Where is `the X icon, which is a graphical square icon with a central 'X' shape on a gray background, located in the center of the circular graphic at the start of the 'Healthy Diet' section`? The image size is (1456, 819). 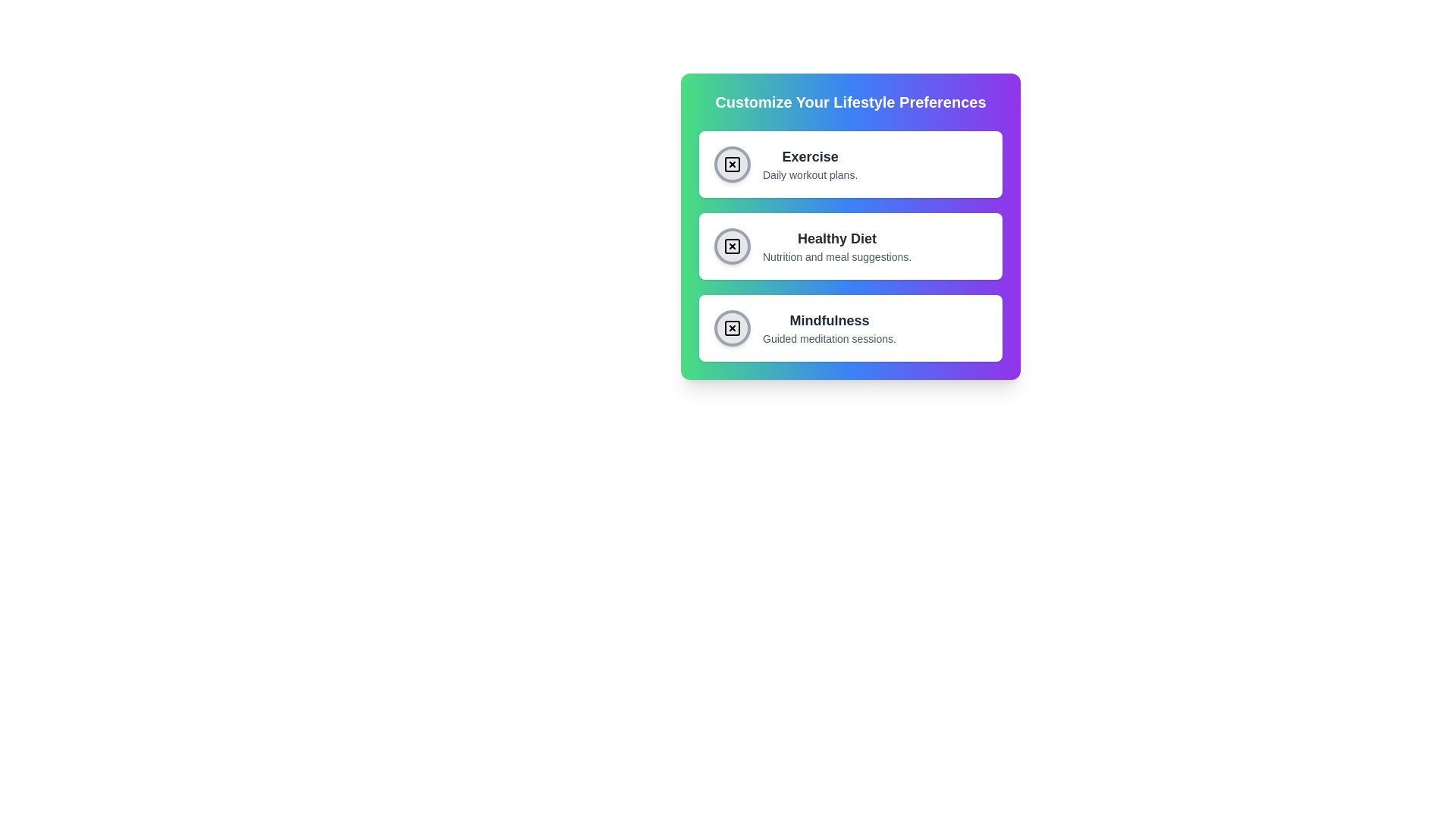 the X icon, which is a graphical square icon with a central 'X' shape on a gray background, located in the center of the circular graphic at the start of the 'Healthy Diet' section is located at coordinates (732, 245).